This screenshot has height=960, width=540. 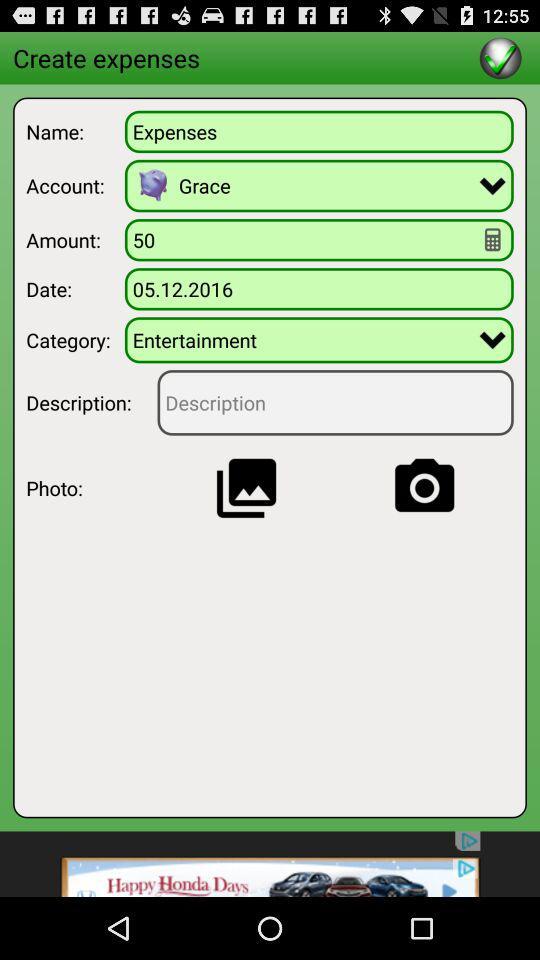 I want to click on camera opption, so click(x=423, y=487).